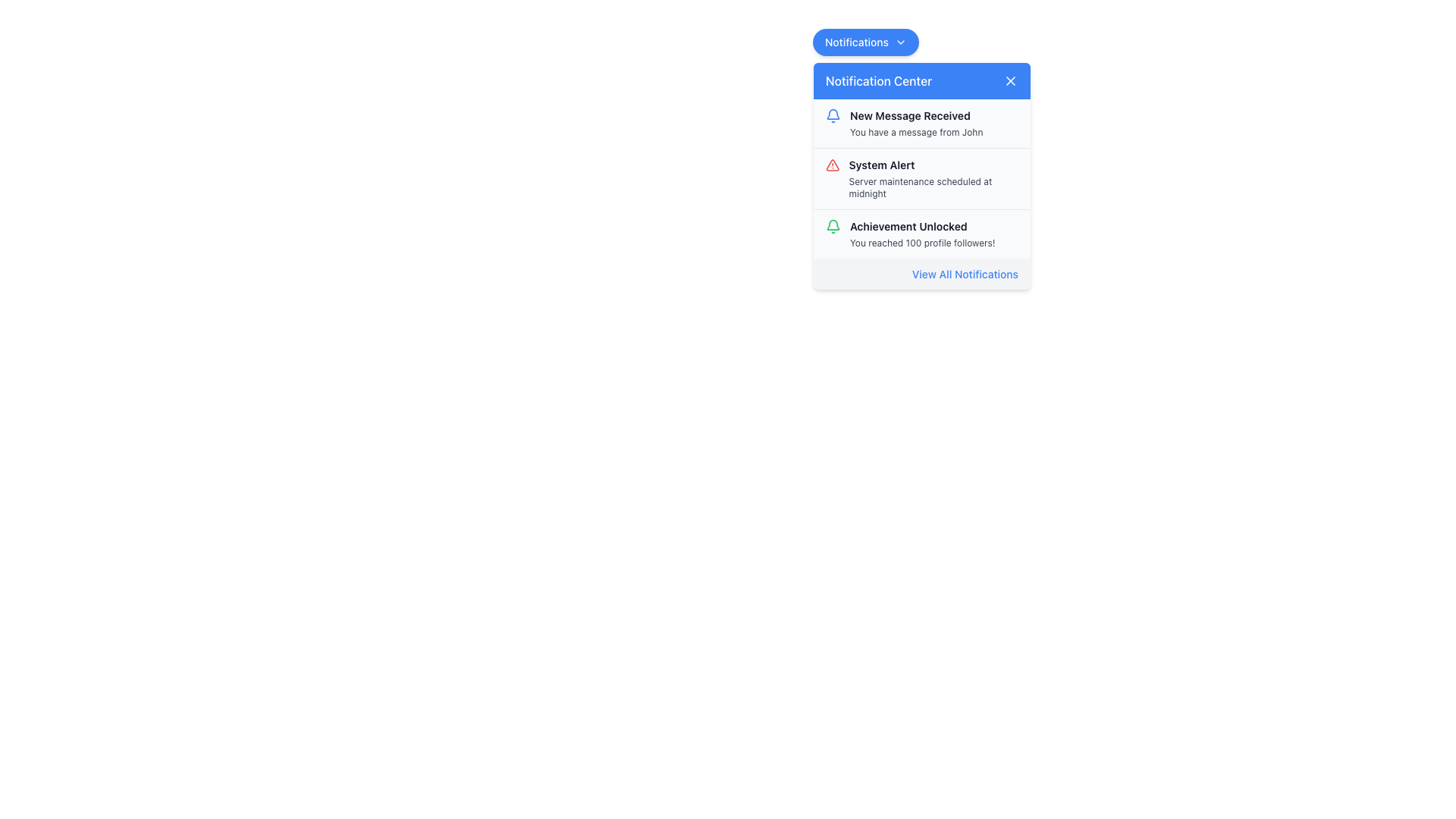  Describe the element at coordinates (921, 122) in the screenshot. I see `the notification entry in the notification center that contains a blue bell icon and the text 'New Message Received' with the subtitle 'You have a message from John'` at that location.